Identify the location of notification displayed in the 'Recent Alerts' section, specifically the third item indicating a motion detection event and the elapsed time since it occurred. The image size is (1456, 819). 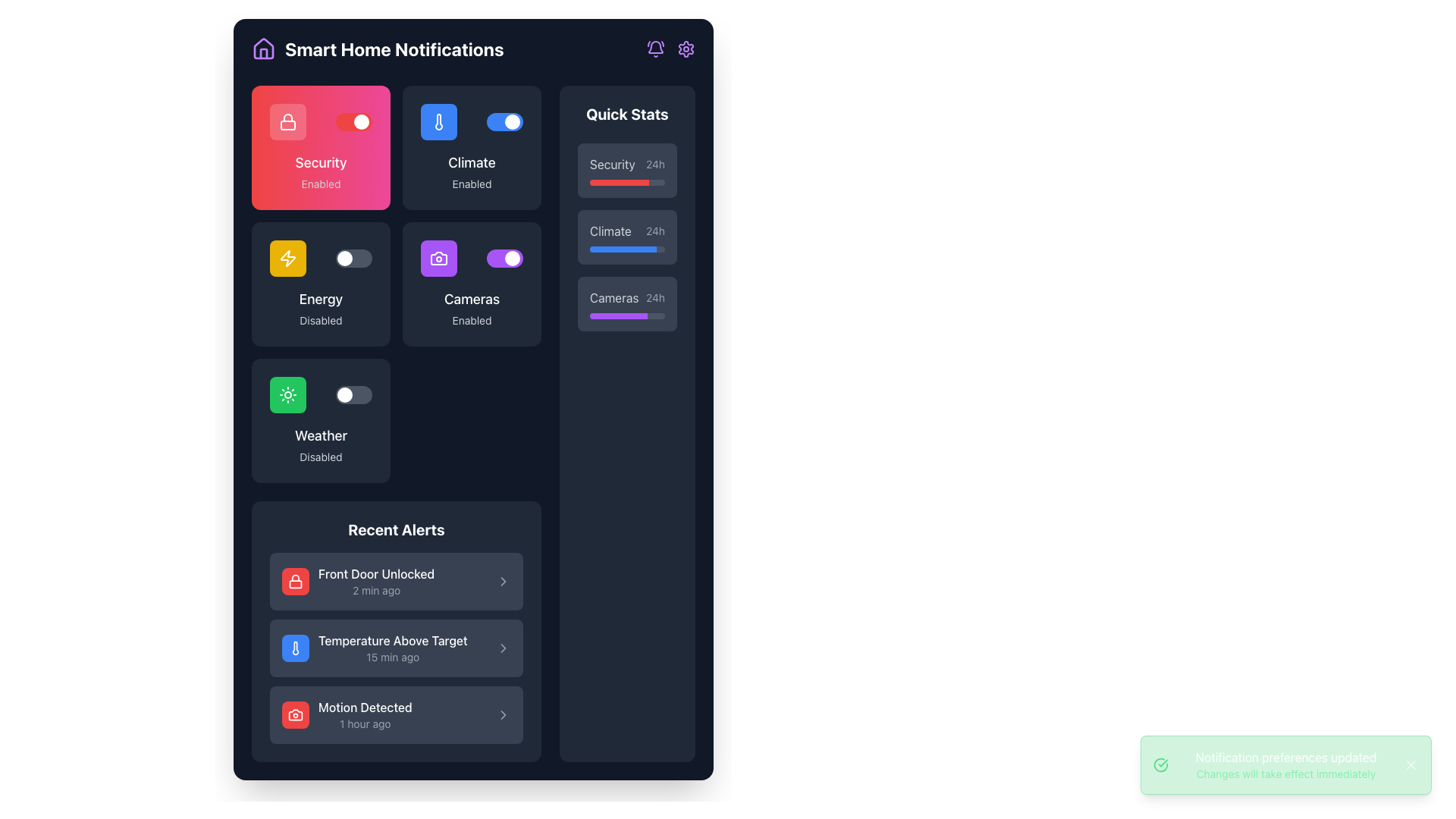
(365, 714).